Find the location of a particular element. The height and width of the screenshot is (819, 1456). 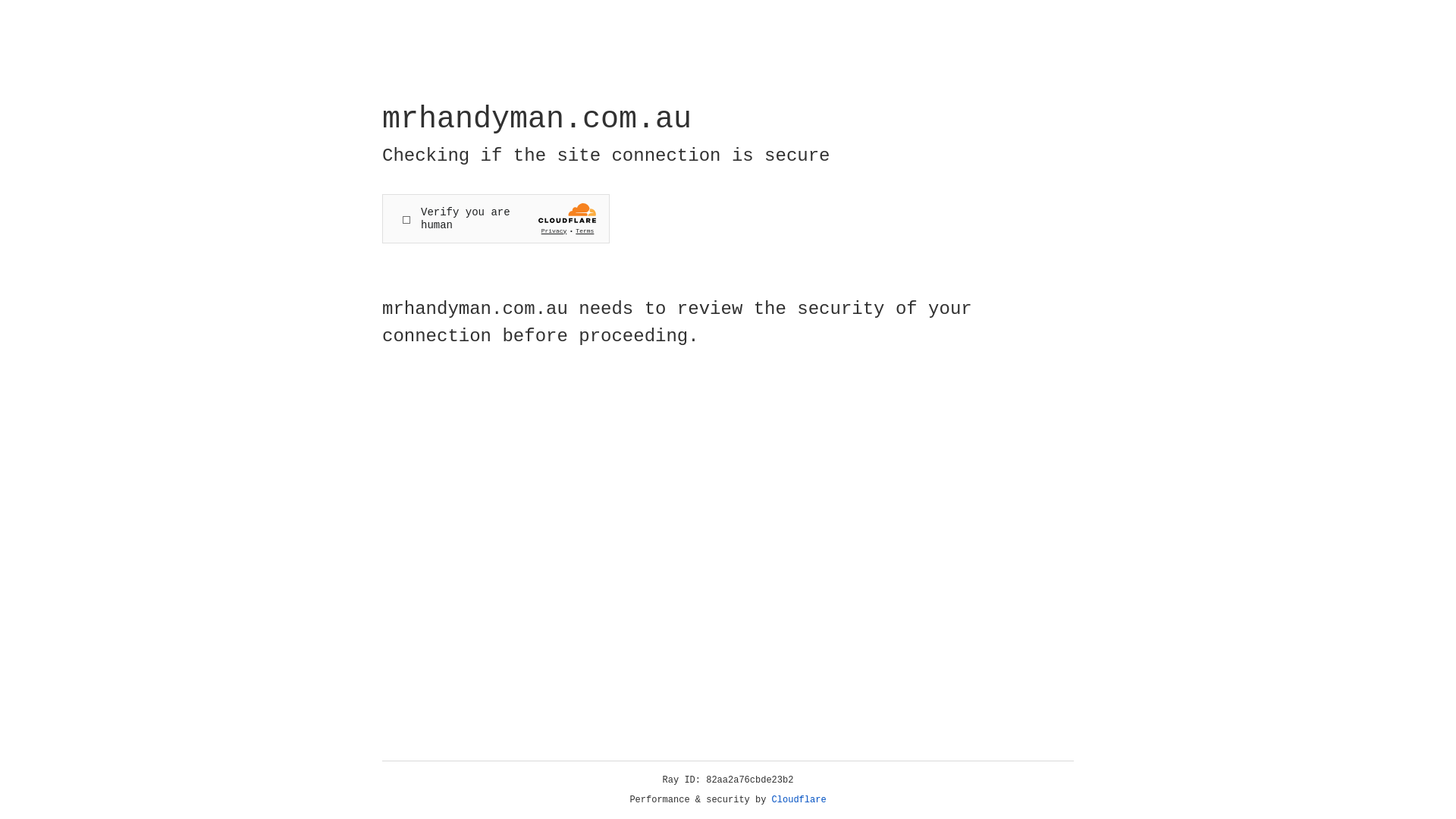

'Cloudflare' is located at coordinates (799, 799).